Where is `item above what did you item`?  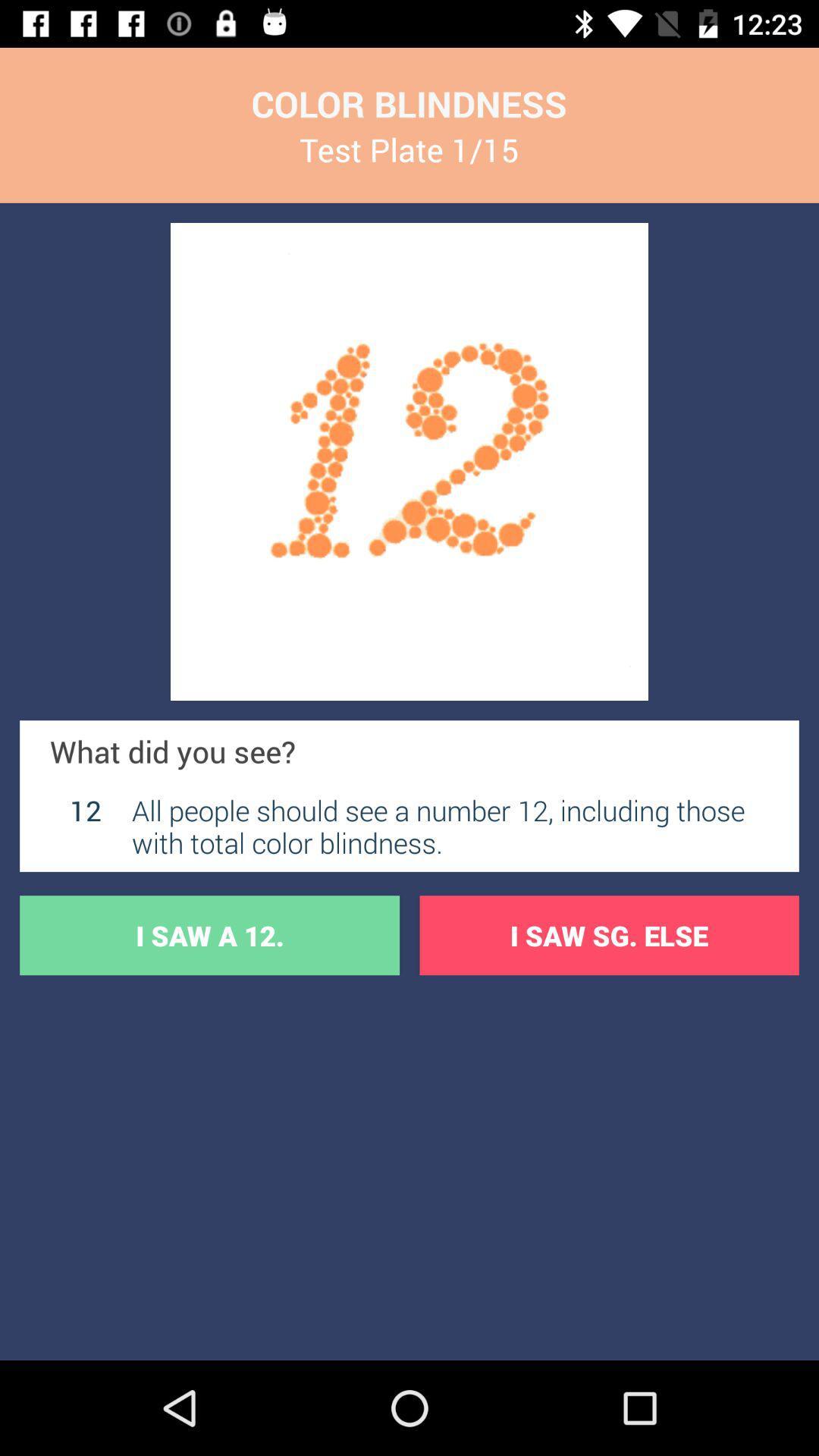 item above what did you item is located at coordinates (409, 461).